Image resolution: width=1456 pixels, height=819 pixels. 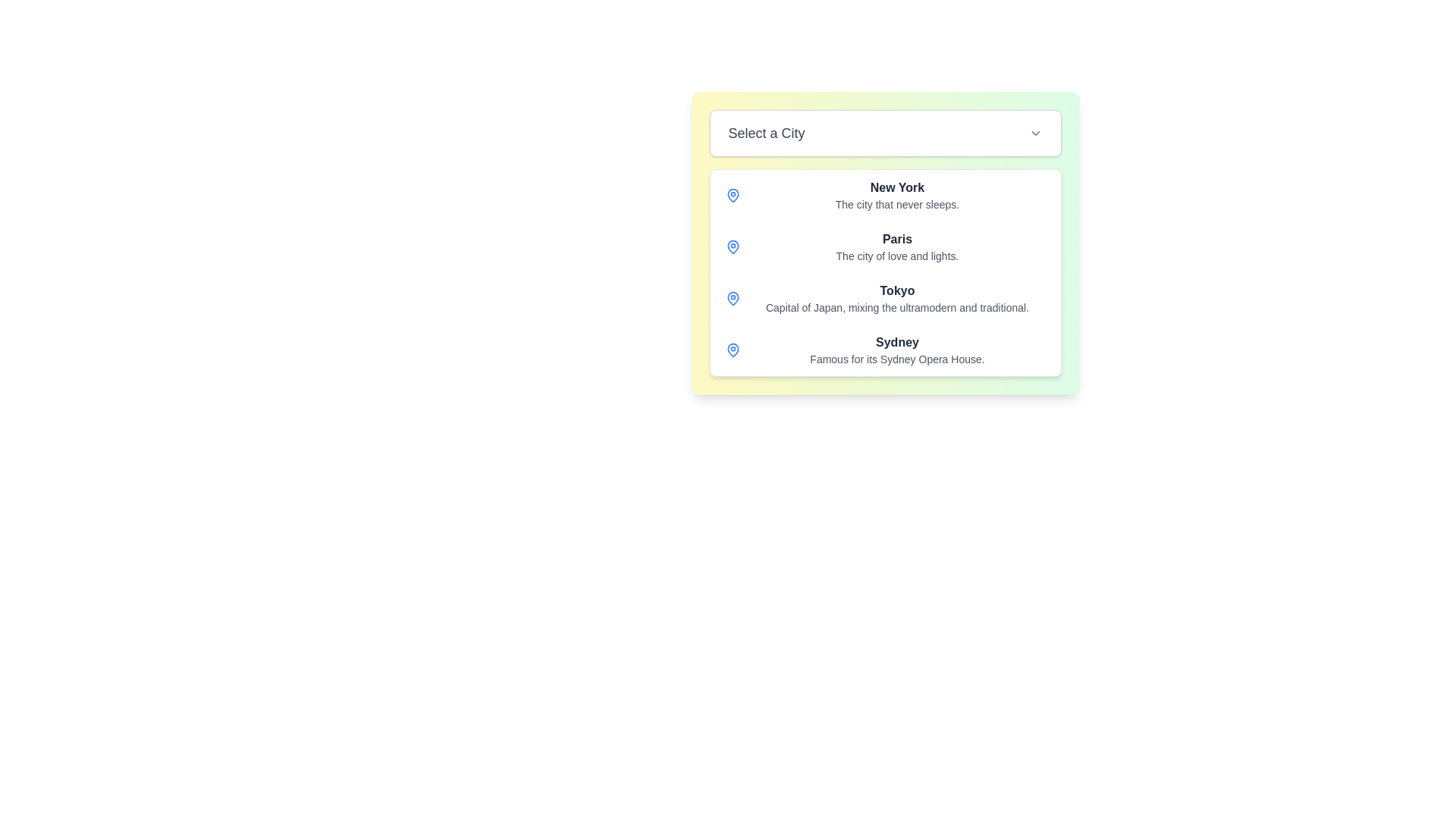 I want to click on the text label displaying 'The city that never sleeps.' which is styled with a small gray font and positioned below the 'New York' text in the 'Select a City' dropdown, so click(x=897, y=205).